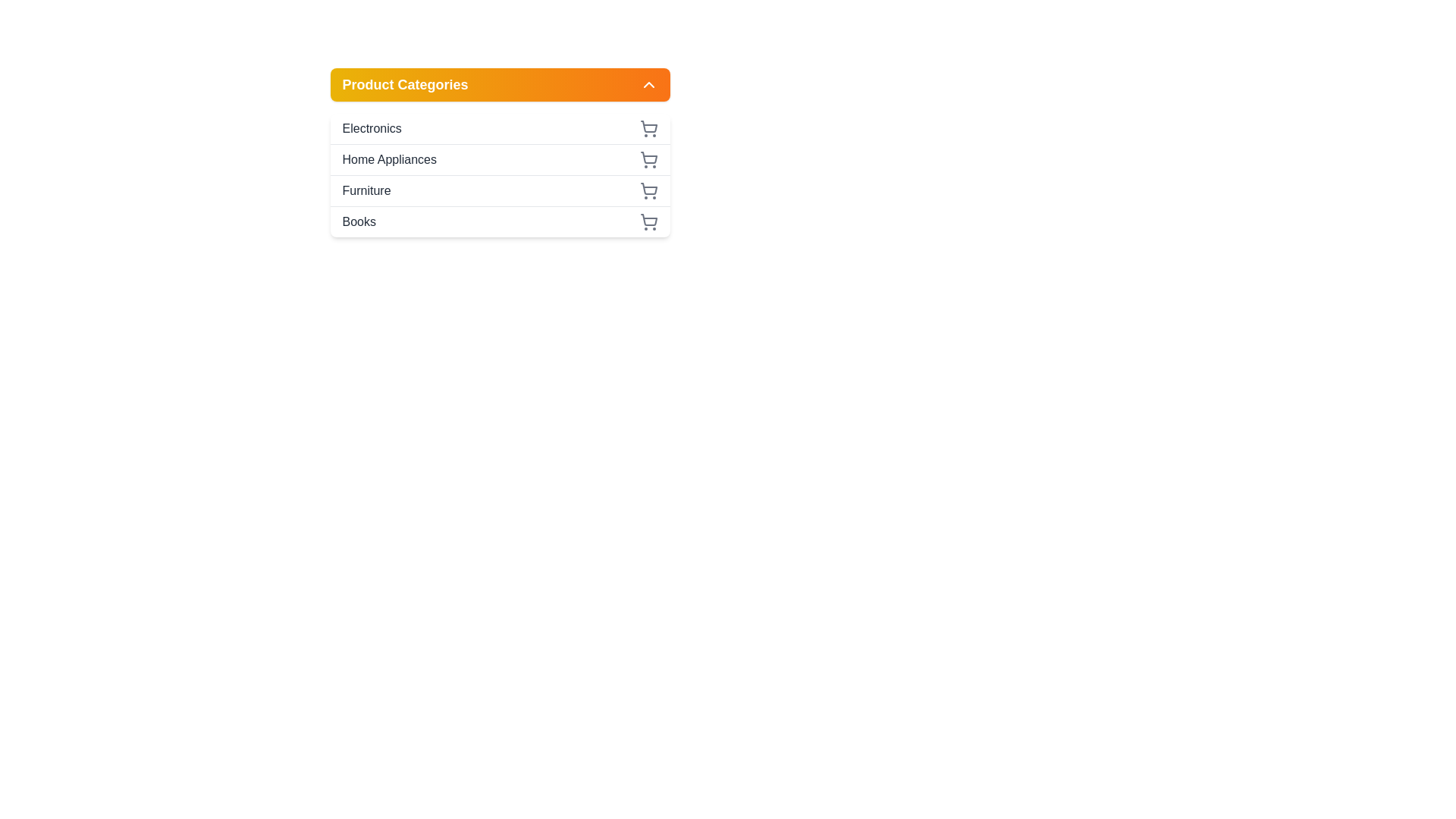  What do you see at coordinates (648, 84) in the screenshot?
I see `the upward-pointing arrow icon located at the top-right corner of the 'Product Categories' section` at bounding box center [648, 84].